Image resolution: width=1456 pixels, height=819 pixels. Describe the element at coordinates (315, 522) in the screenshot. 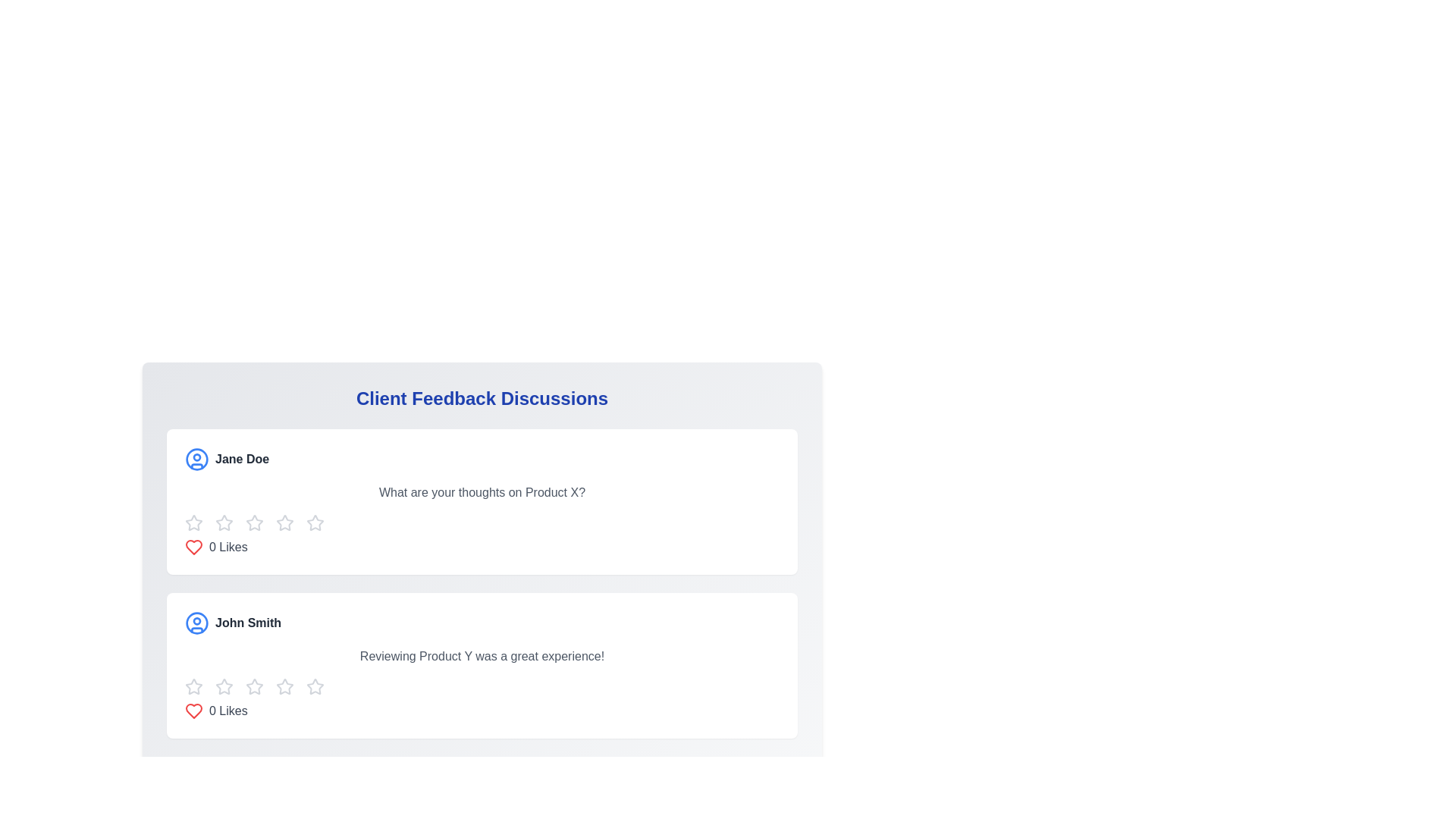

I see `the fourth star icon in the rating section below 'Jane Doe's message` at that location.